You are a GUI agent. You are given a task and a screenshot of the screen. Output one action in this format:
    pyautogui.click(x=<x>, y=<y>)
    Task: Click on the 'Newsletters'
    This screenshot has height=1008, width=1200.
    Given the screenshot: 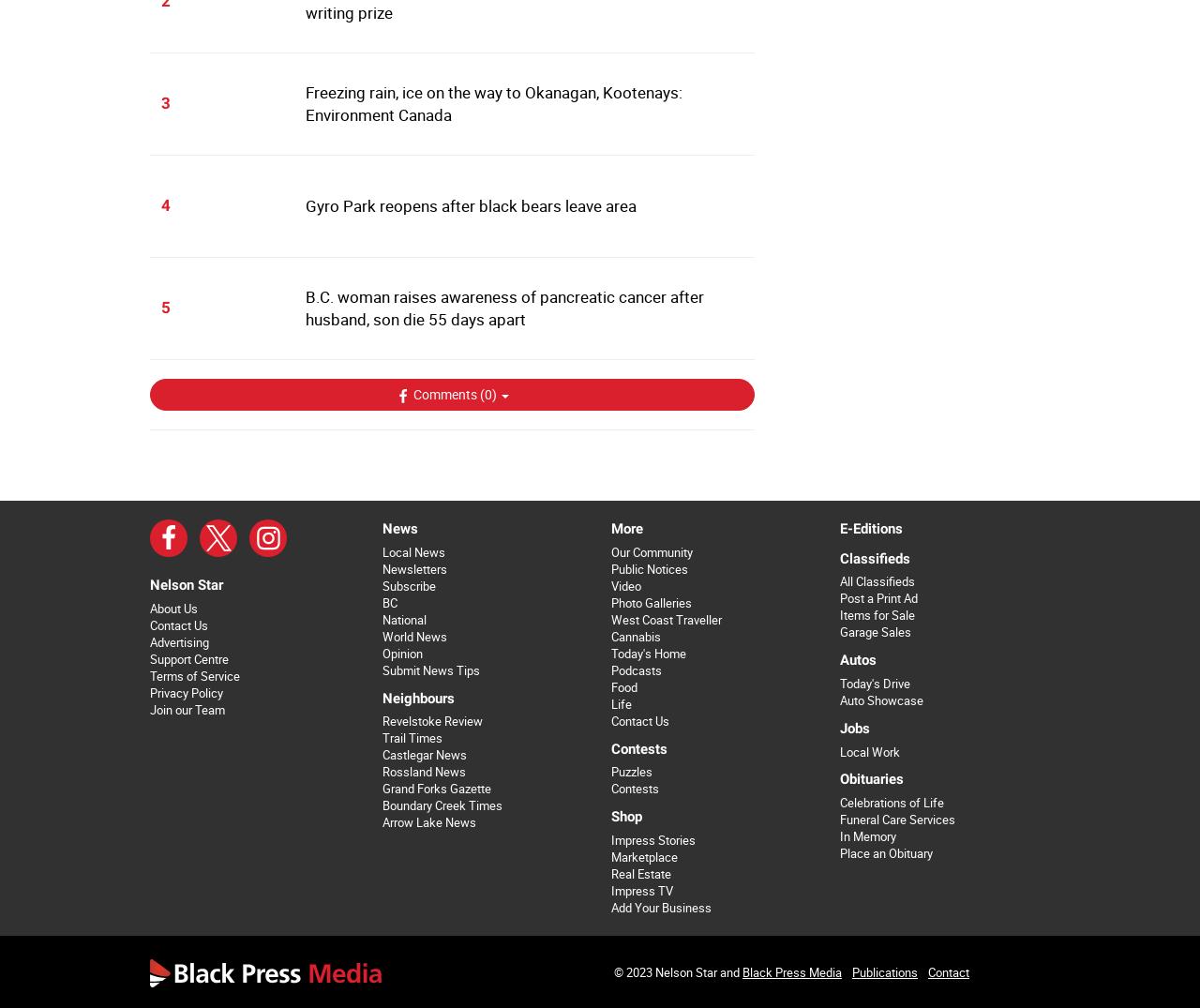 What is the action you would take?
    pyautogui.click(x=412, y=567)
    